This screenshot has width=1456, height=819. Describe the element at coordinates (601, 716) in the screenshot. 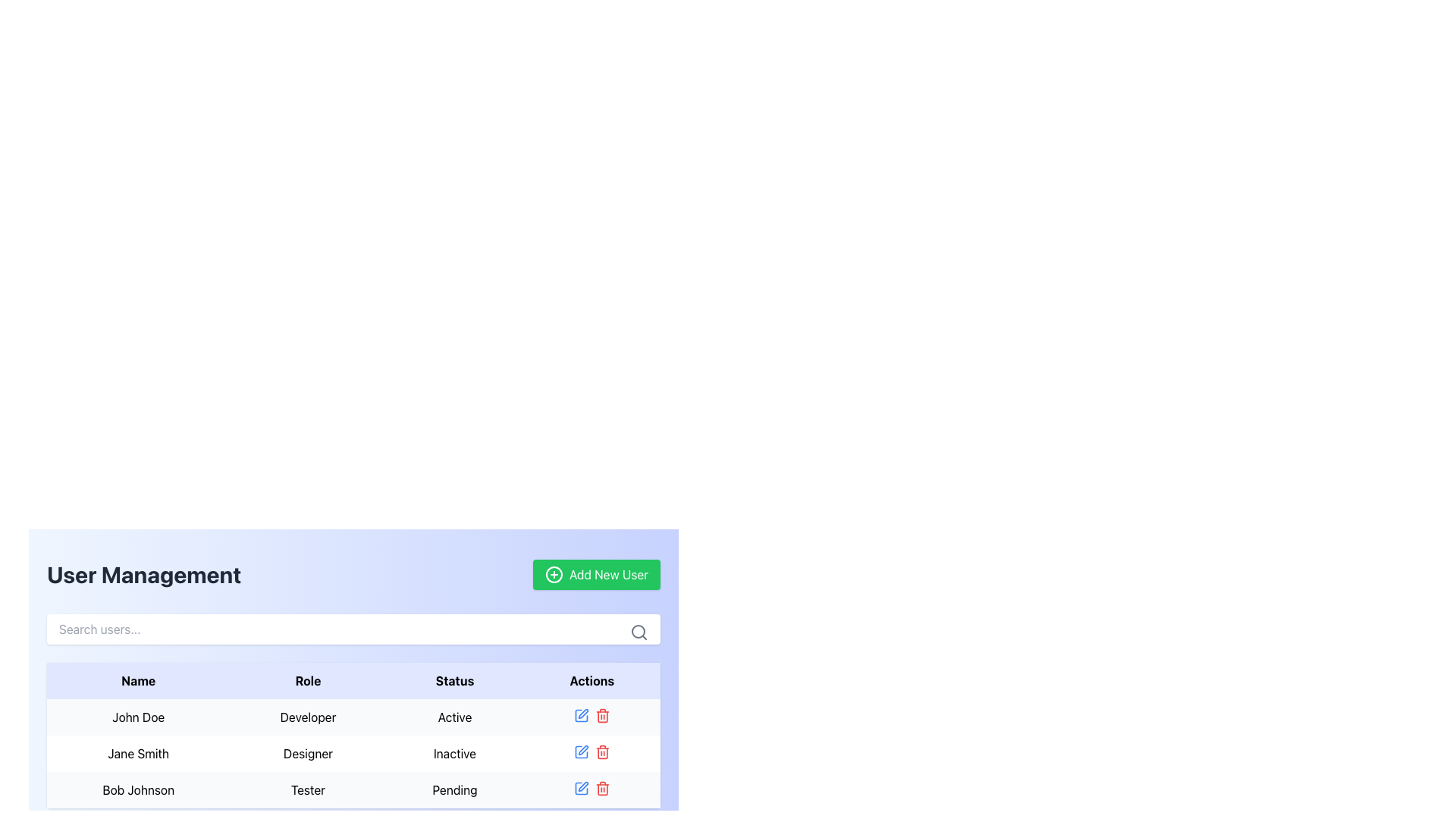

I see `the red trash can icon` at that location.